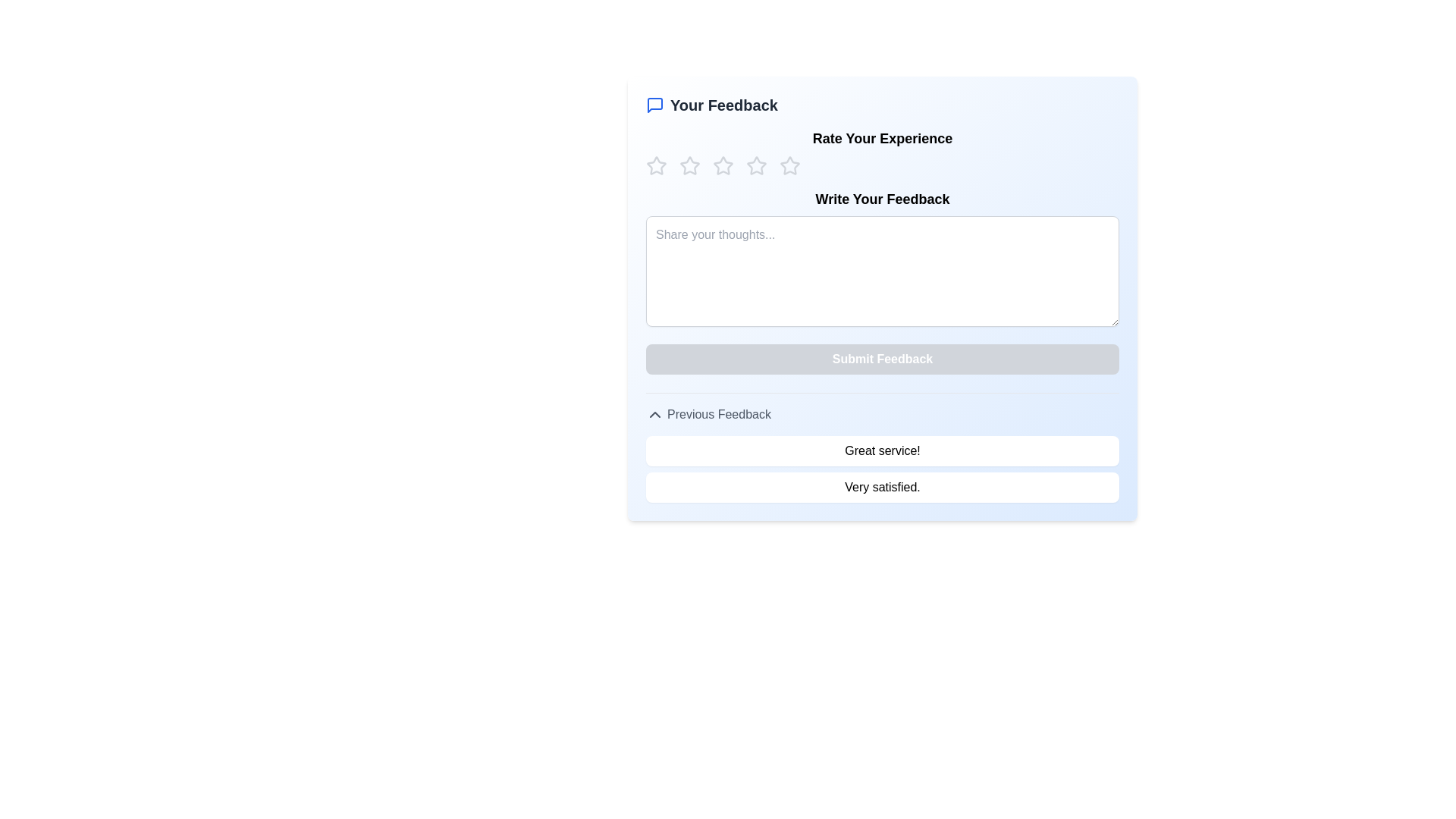 The width and height of the screenshot is (1456, 819). I want to click on the header text label that reads 'Rate Your Experience', which is bold and centrally aligned, positioned below 'Your Feedback' and above the star rating icons, so click(882, 138).